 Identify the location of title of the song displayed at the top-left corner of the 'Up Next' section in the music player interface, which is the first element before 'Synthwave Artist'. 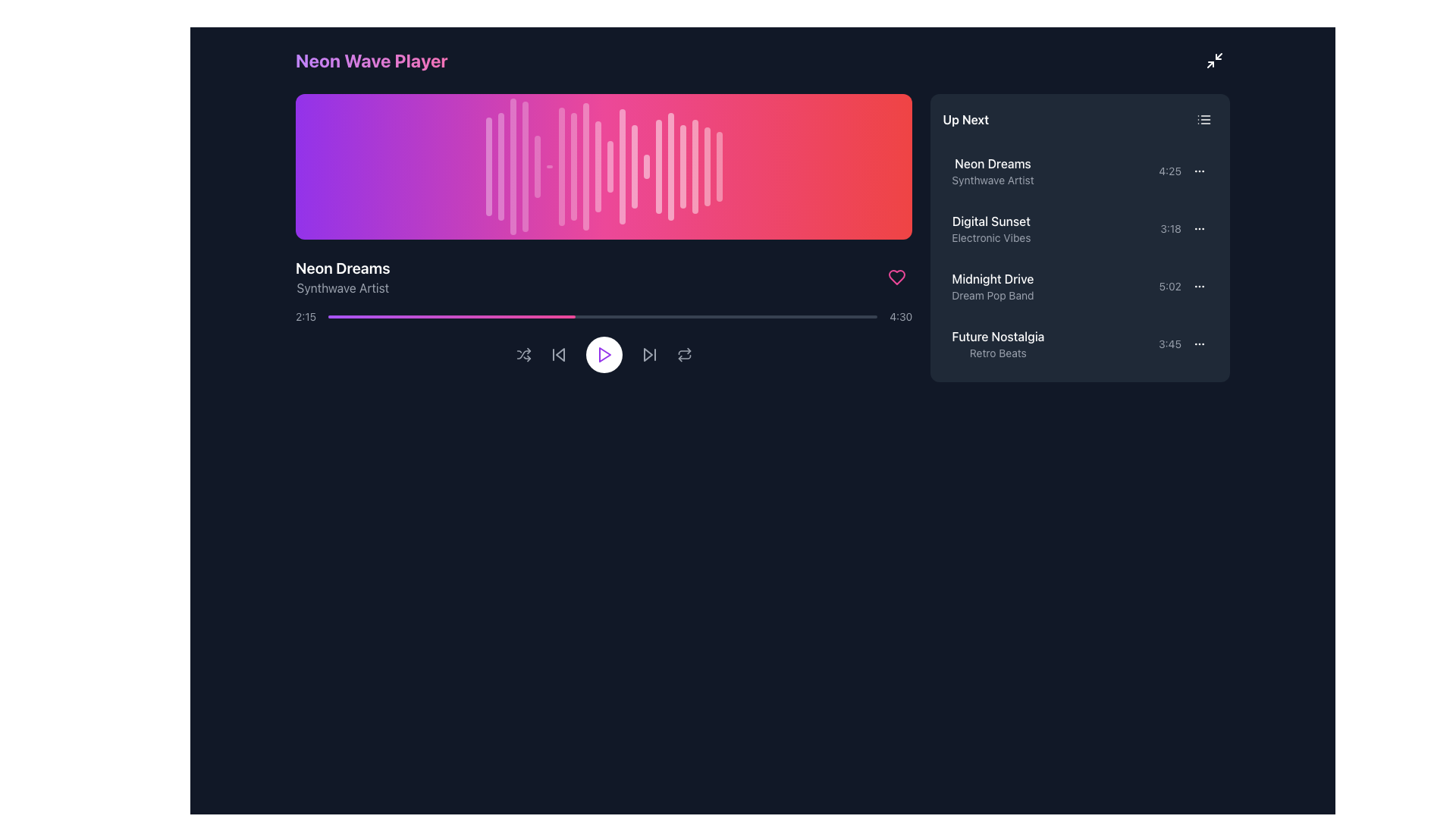
(993, 164).